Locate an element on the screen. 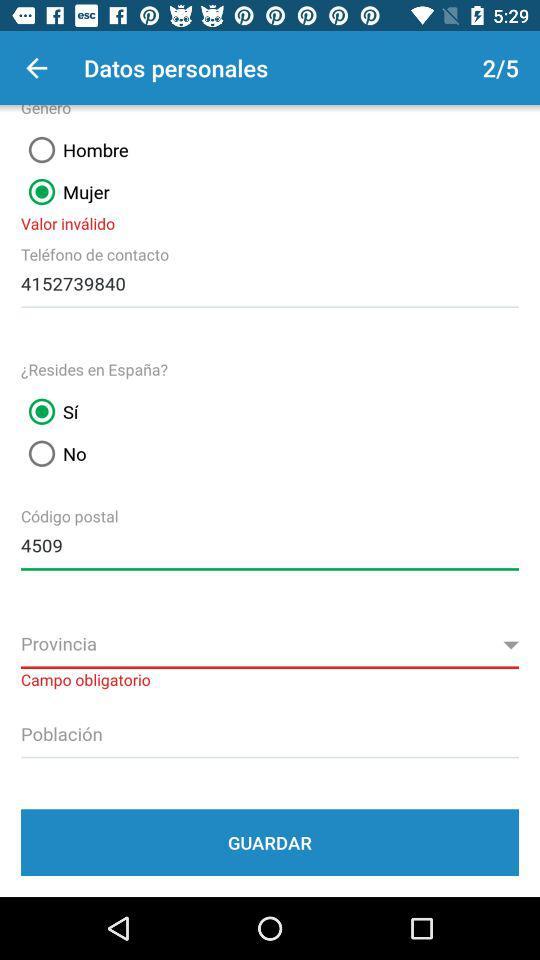 Image resolution: width=540 pixels, height=960 pixels. si is located at coordinates (49, 411).